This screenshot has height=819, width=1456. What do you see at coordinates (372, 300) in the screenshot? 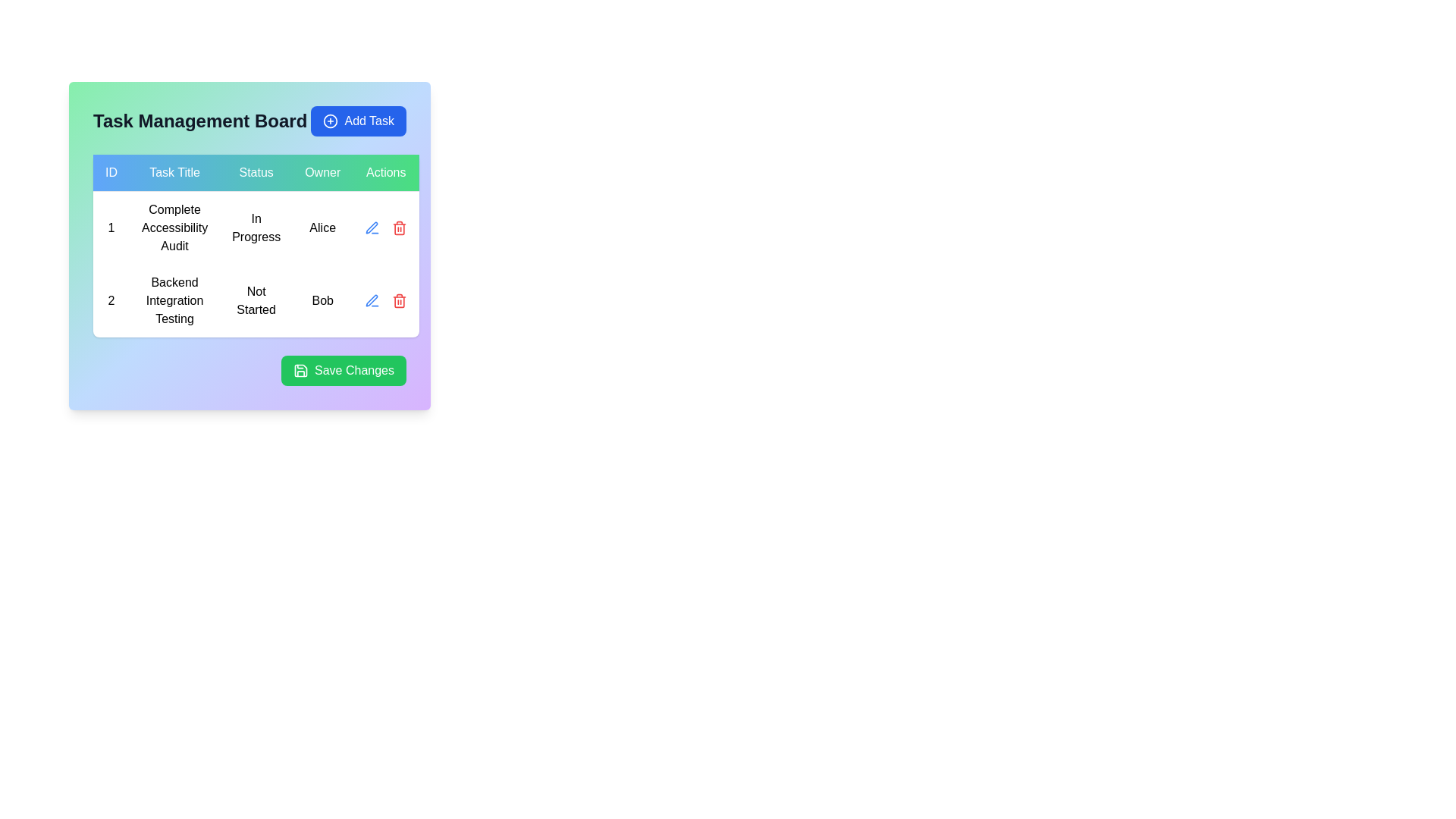
I see `the interactive pen icon button in the 'Actions' column of the second row` at bounding box center [372, 300].